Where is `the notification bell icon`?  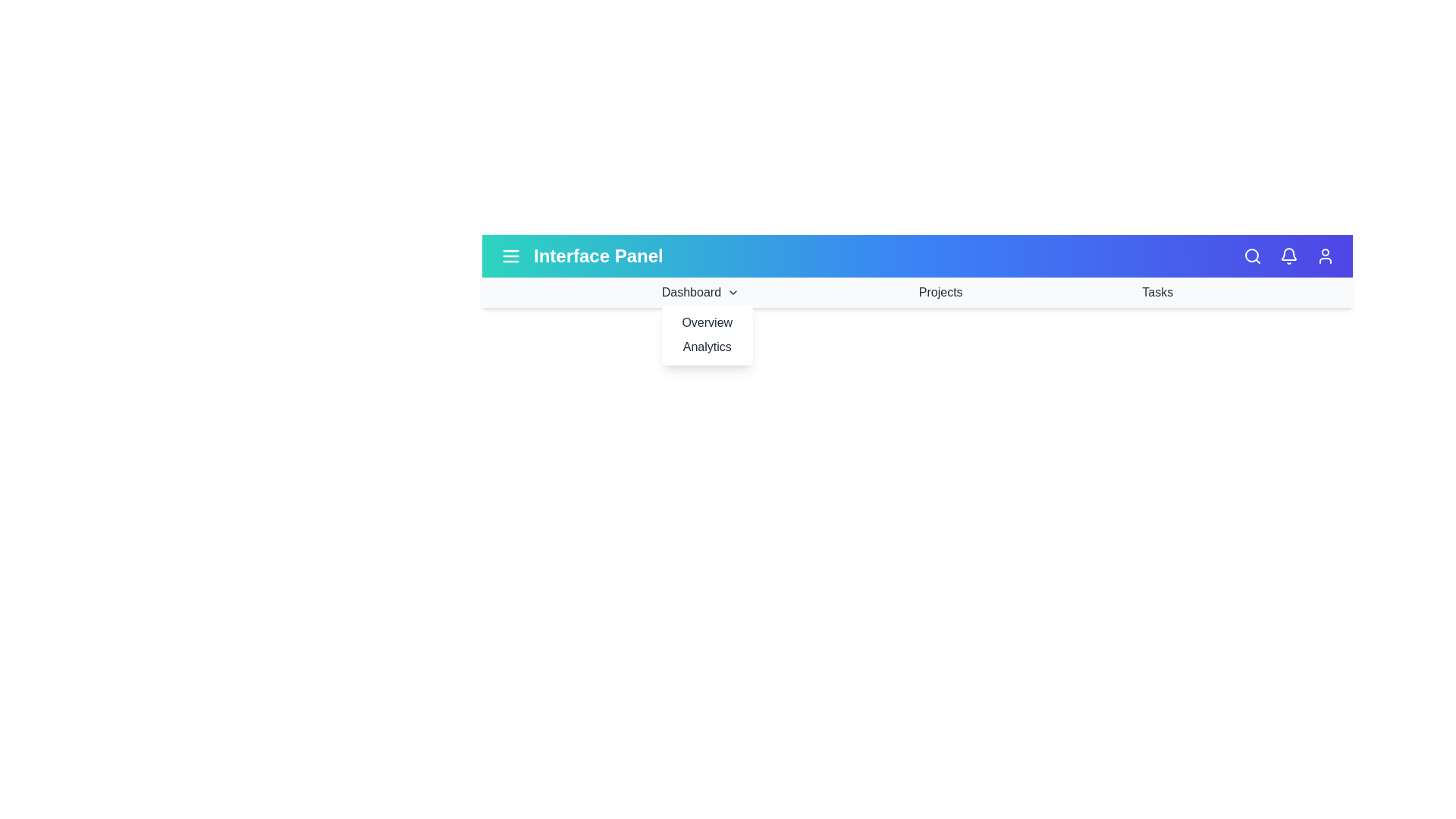
the notification bell icon is located at coordinates (1288, 256).